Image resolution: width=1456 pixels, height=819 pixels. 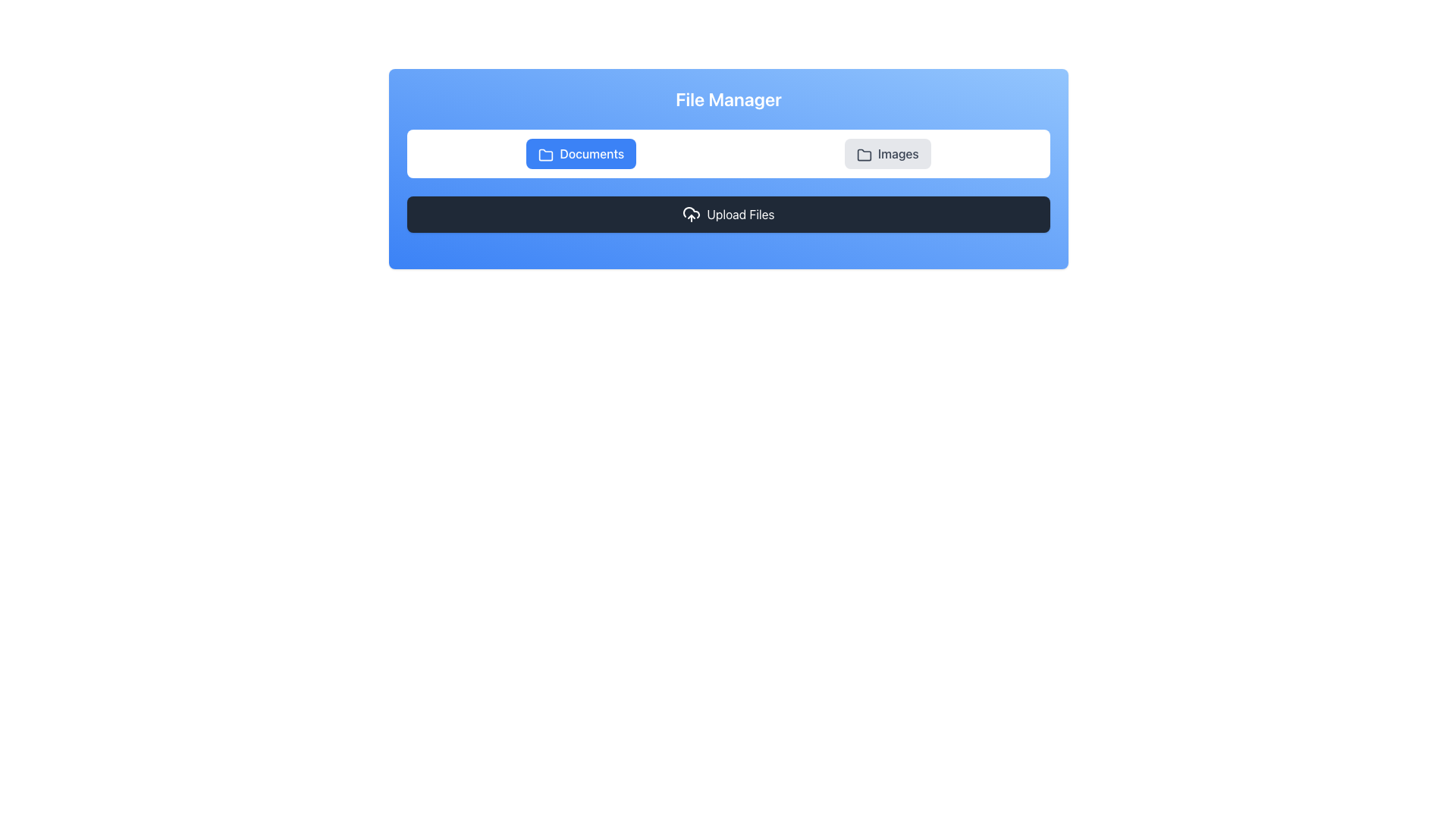 I want to click on the 'Documents' button located in the top-left section of the button group, so click(x=580, y=154).